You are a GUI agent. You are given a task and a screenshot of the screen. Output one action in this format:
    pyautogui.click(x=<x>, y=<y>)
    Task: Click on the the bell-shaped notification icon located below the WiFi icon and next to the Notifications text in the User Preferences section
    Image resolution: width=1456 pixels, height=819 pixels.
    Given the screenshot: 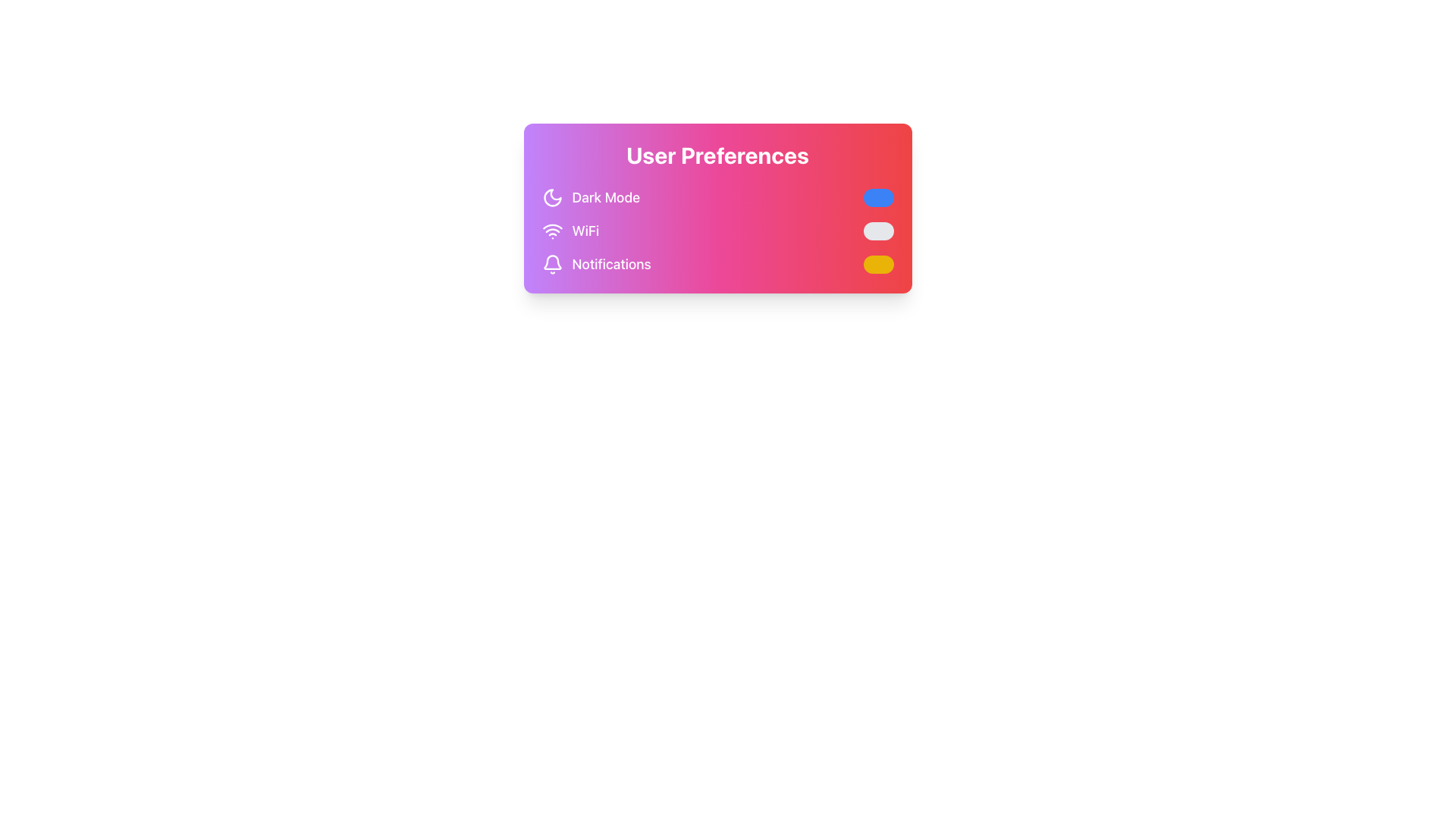 What is the action you would take?
    pyautogui.click(x=551, y=262)
    